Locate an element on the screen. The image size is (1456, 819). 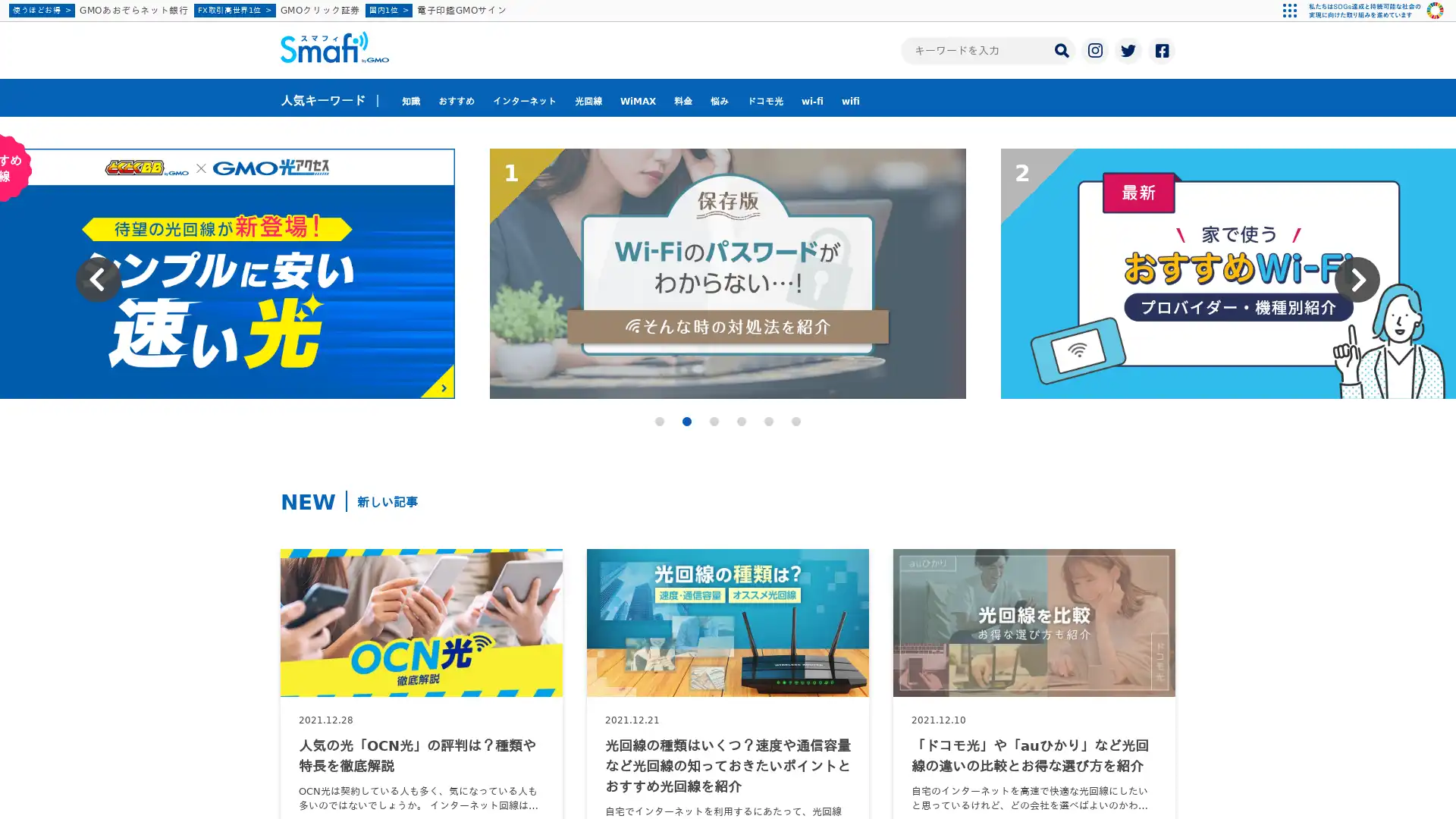
Previous is located at coordinates (97, 280).